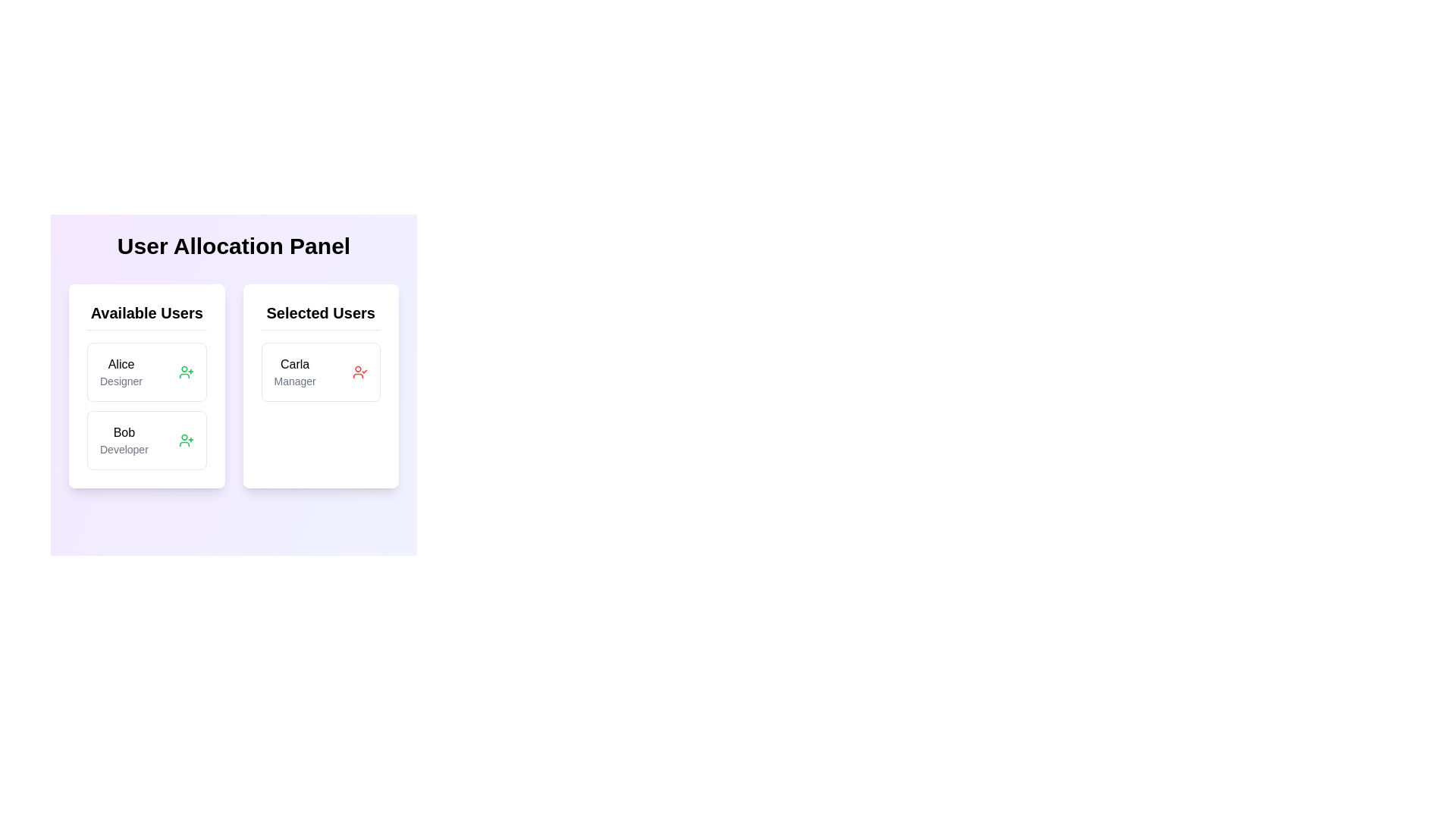 The width and height of the screenshot is (1456, 819). Describe the element at coordinates (146, 441) in the screenshot. I see `the user card representing 'Bob', the Developer, located in the 'Available Users' column of the 'User Allocation Panel'` at that location.